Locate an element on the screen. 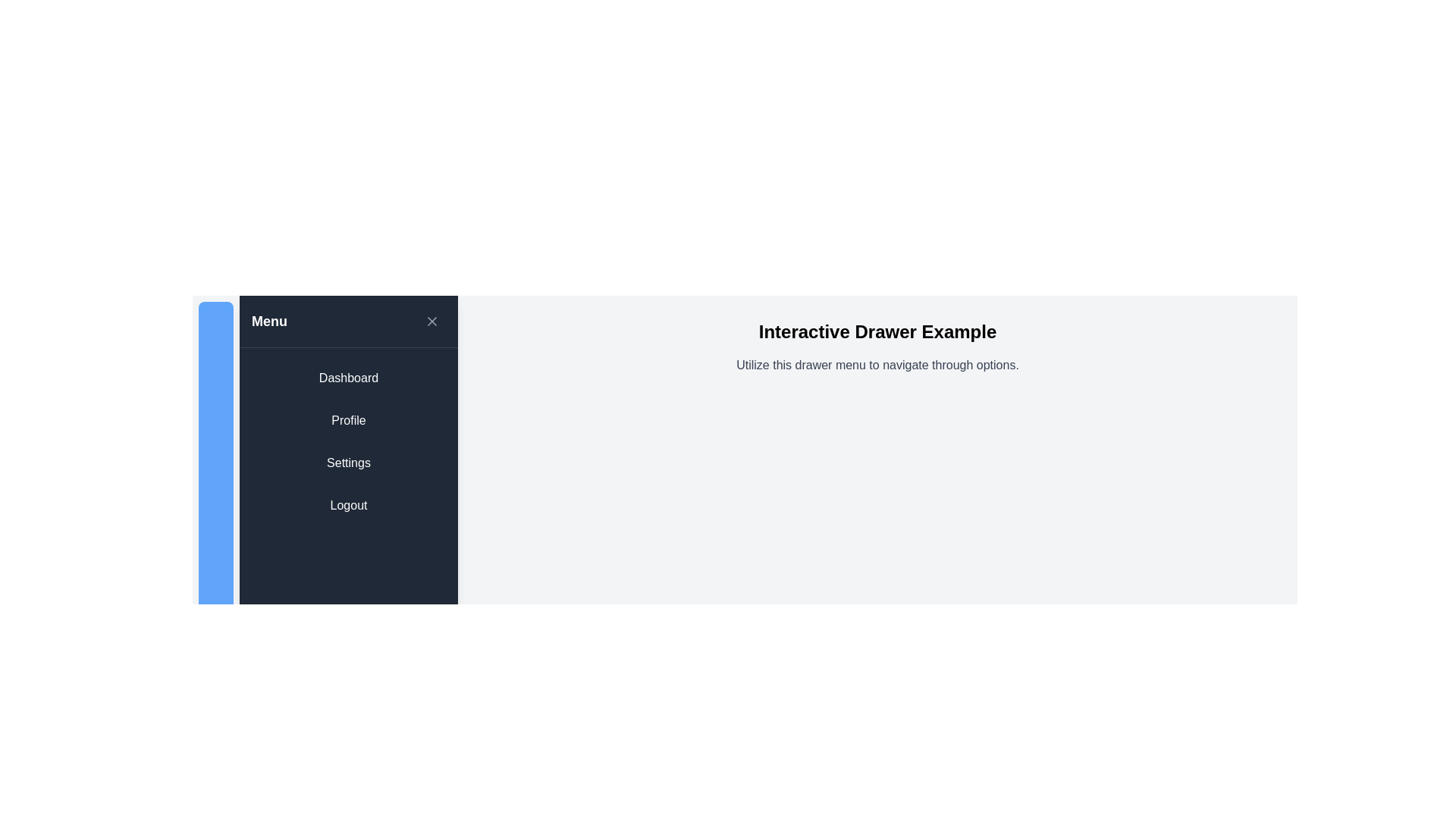  the static text element that reads 'Utilize this drawer menu to navigate through options.' positioned below the 'Interactive Drawer Example' heading is located at coordinates (877, 366).